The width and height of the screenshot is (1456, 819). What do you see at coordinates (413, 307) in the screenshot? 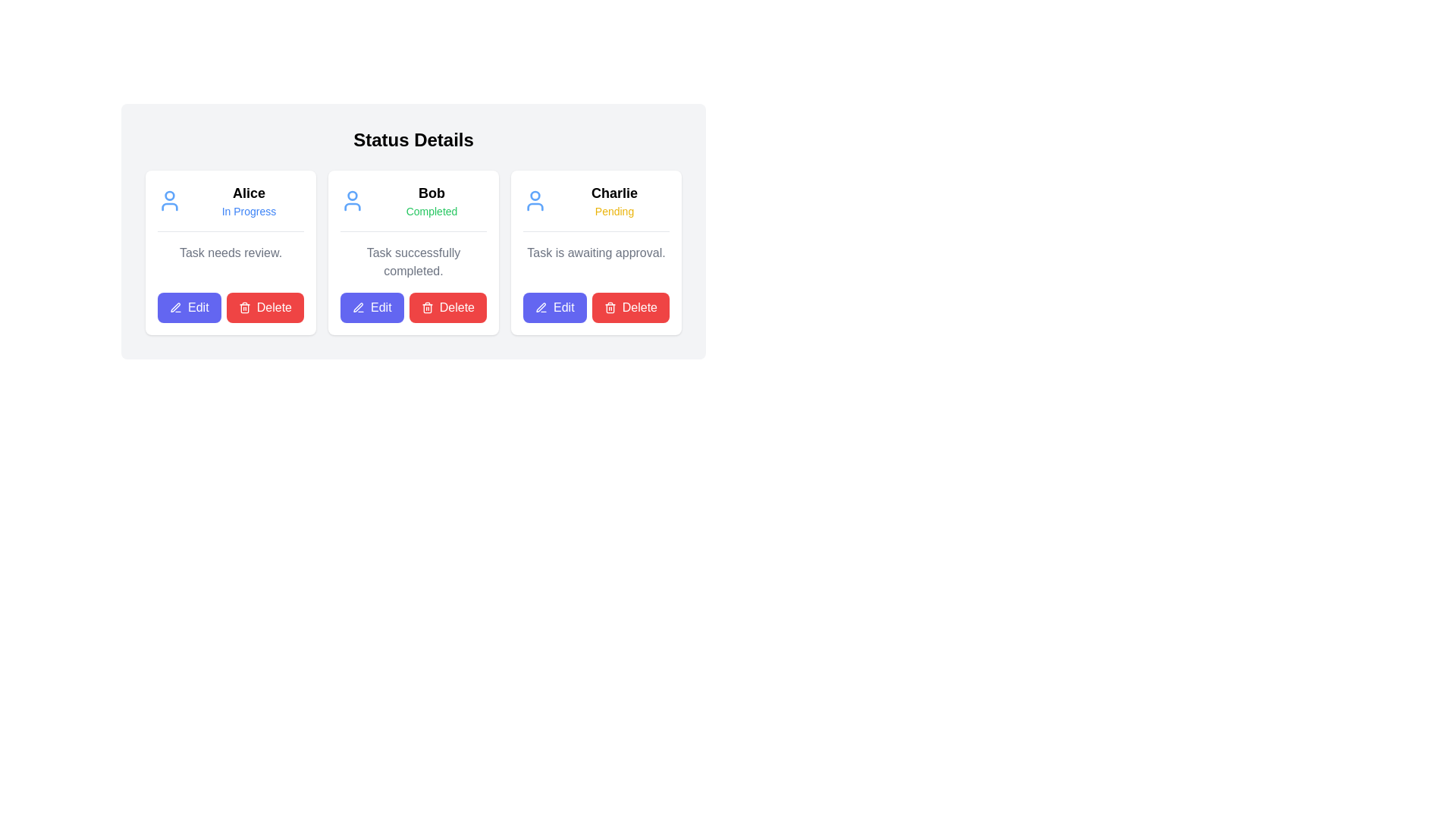
I see `the Action button group located below the profile card of 'Bob', which is the third card in a row of three similar cards` at bounding box center [413, 307].